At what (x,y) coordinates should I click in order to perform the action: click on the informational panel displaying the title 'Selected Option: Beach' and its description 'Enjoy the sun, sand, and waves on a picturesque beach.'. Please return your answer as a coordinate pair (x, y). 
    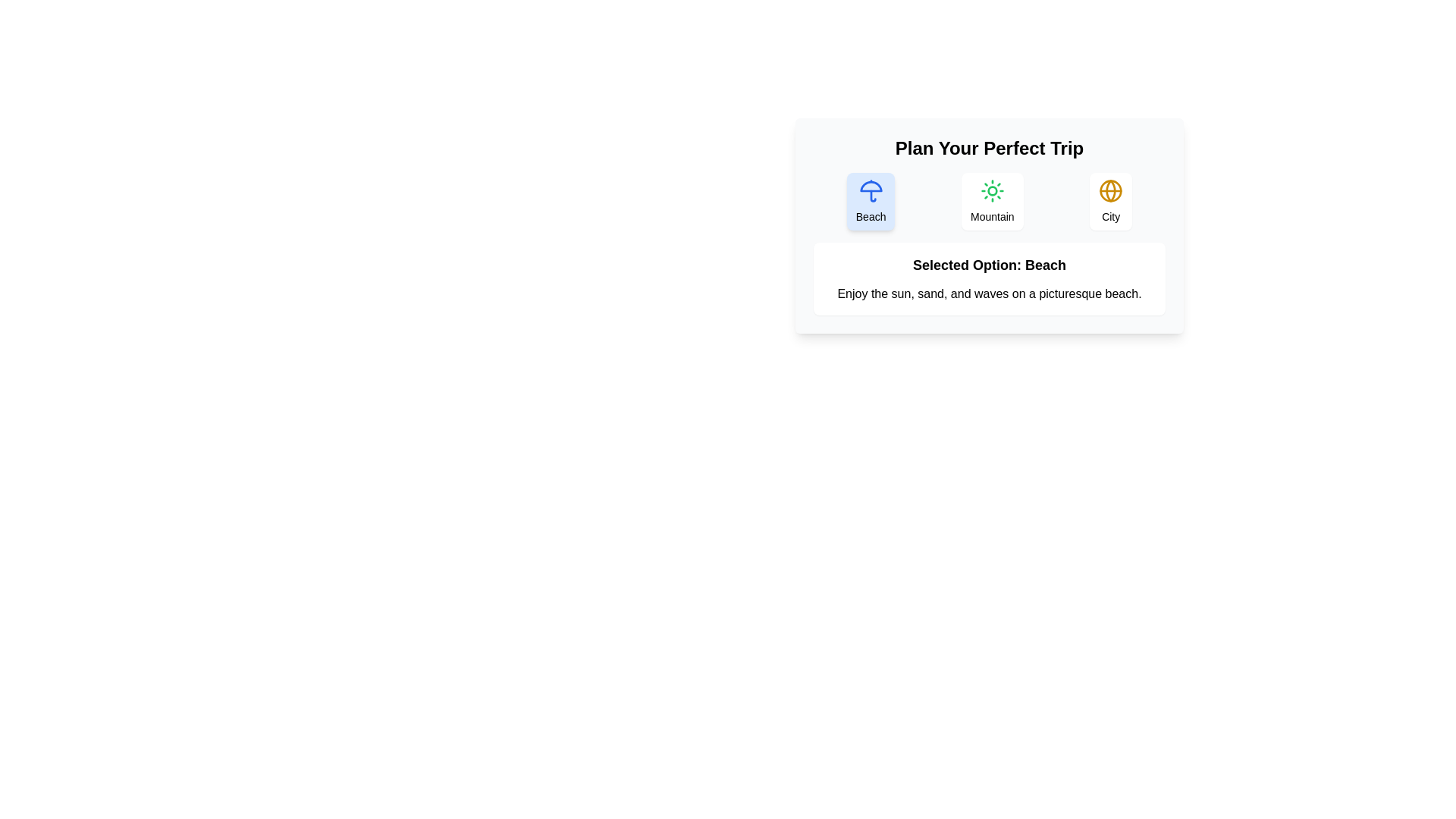
    Looking at the image, I should click on (990, 278).